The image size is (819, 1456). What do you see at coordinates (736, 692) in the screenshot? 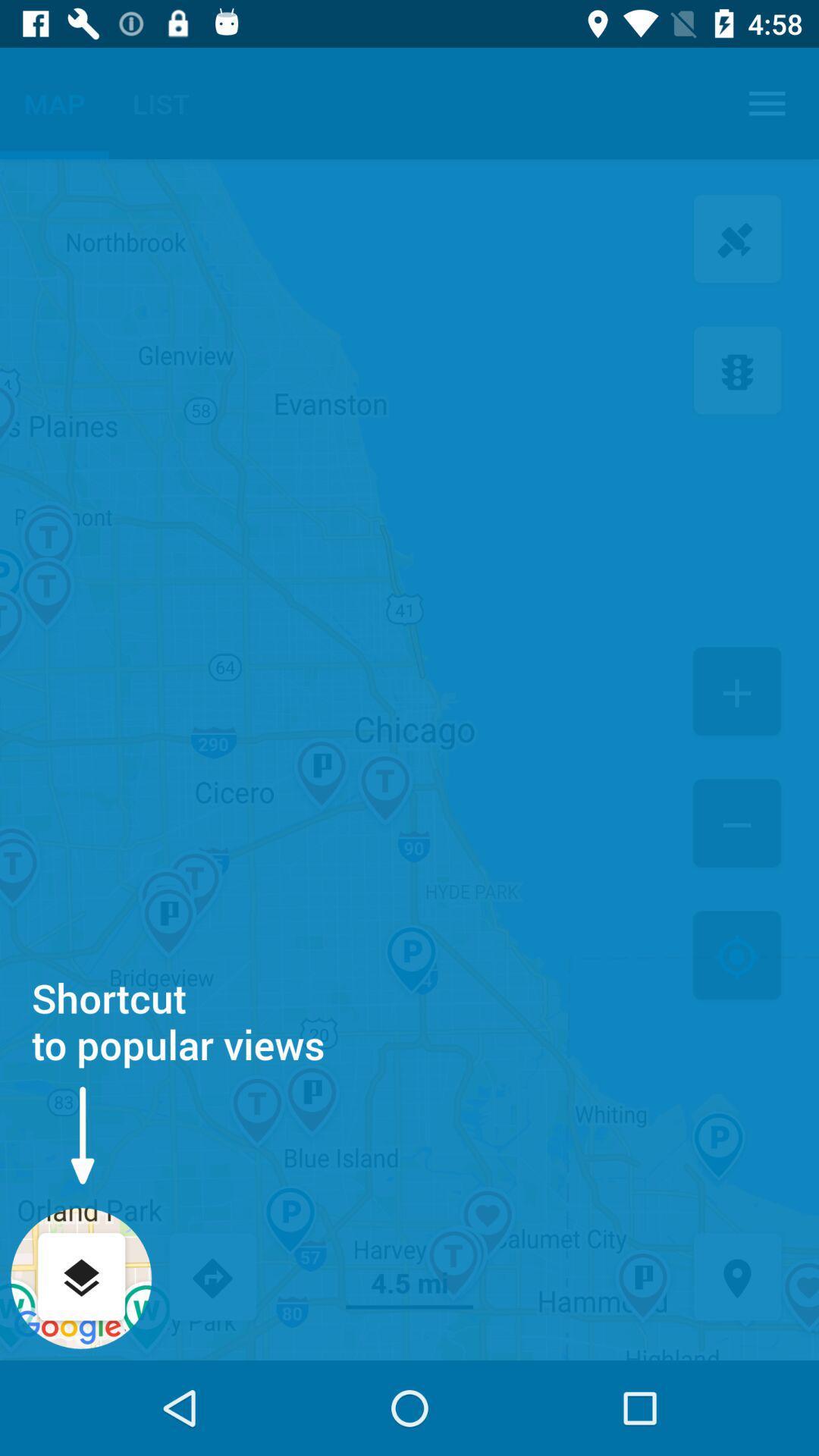
I see `zoom in` at bounding box center [736, 692].